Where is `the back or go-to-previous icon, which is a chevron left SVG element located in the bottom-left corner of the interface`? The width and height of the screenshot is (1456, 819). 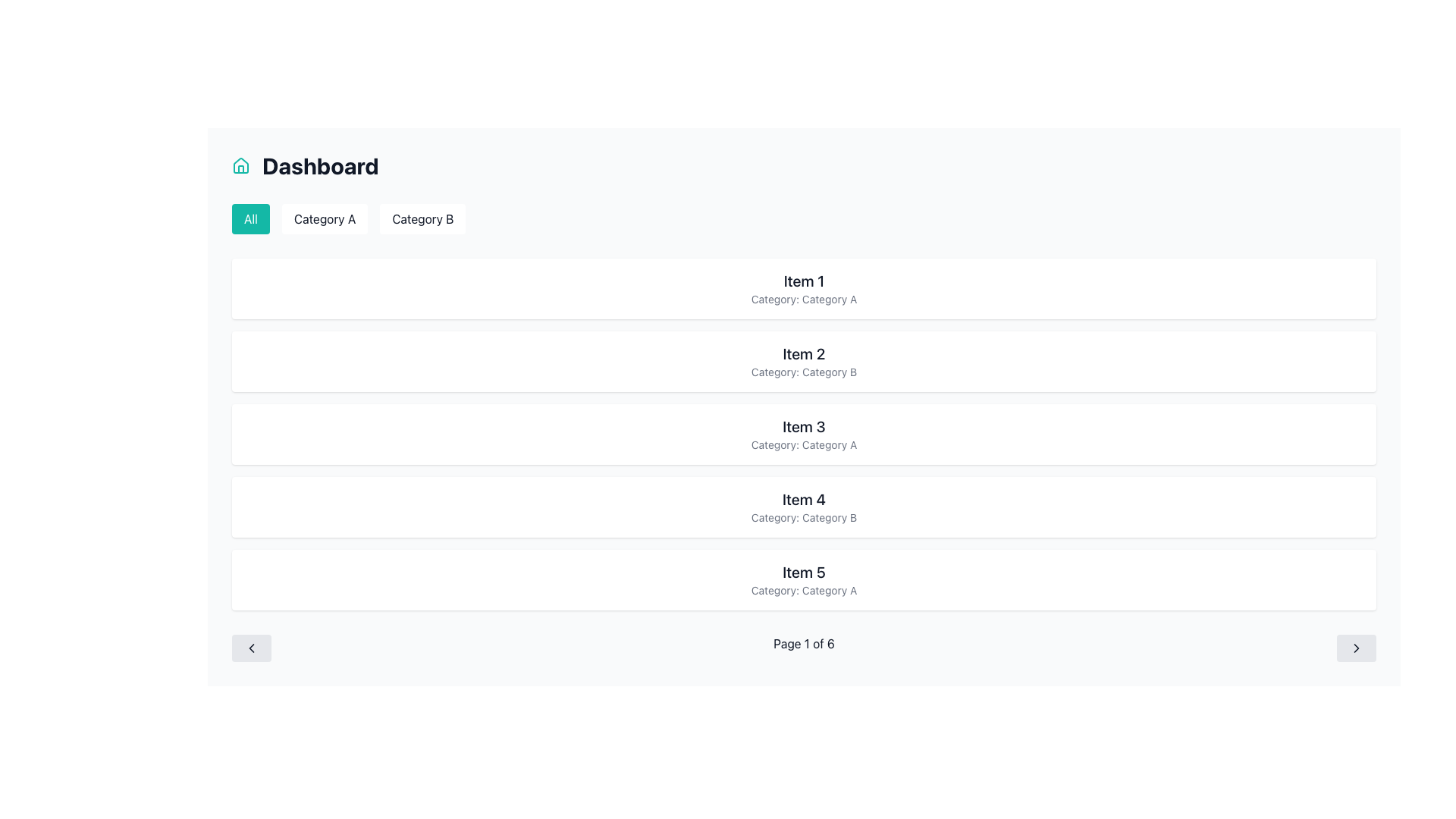
the back or go-to-previous icon, which is a chevron left SVG element located in the bottom-left corner of the interface is located at coordinates (251, 648).